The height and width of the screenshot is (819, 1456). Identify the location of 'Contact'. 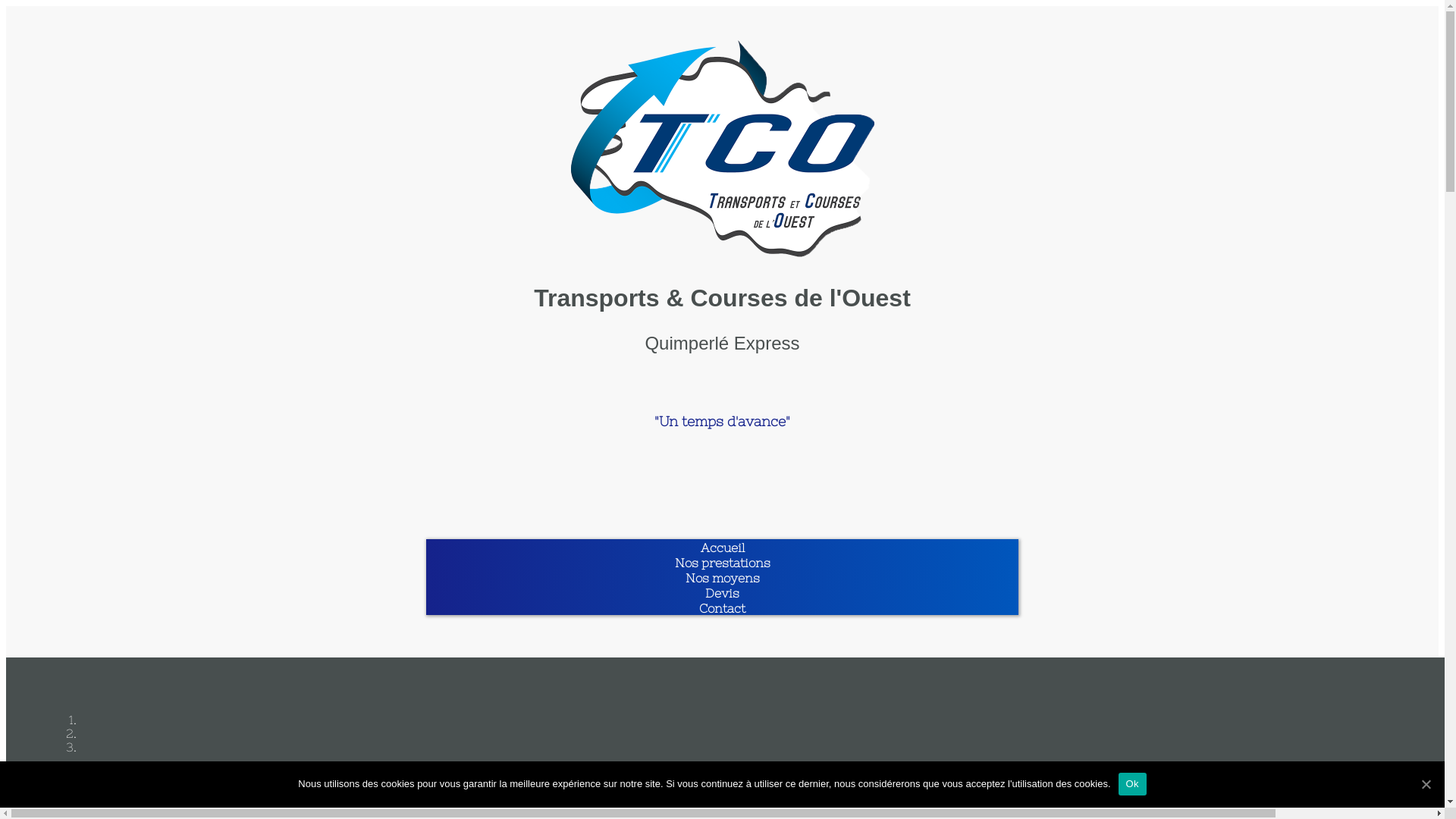
(721, 607).